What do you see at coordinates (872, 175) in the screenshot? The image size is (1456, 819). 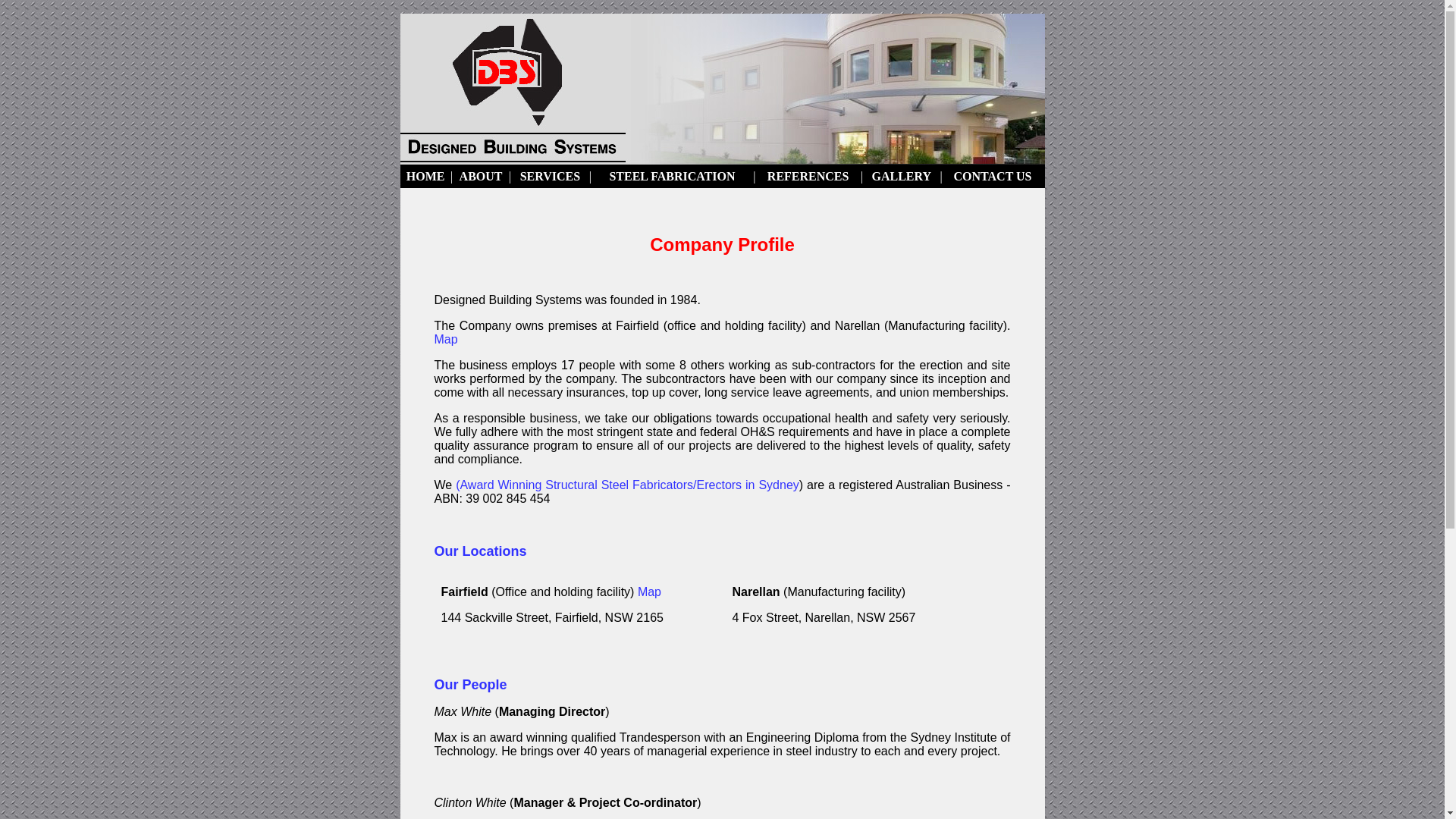 I see `'GALLERY'` at bounding box center [872, 175].